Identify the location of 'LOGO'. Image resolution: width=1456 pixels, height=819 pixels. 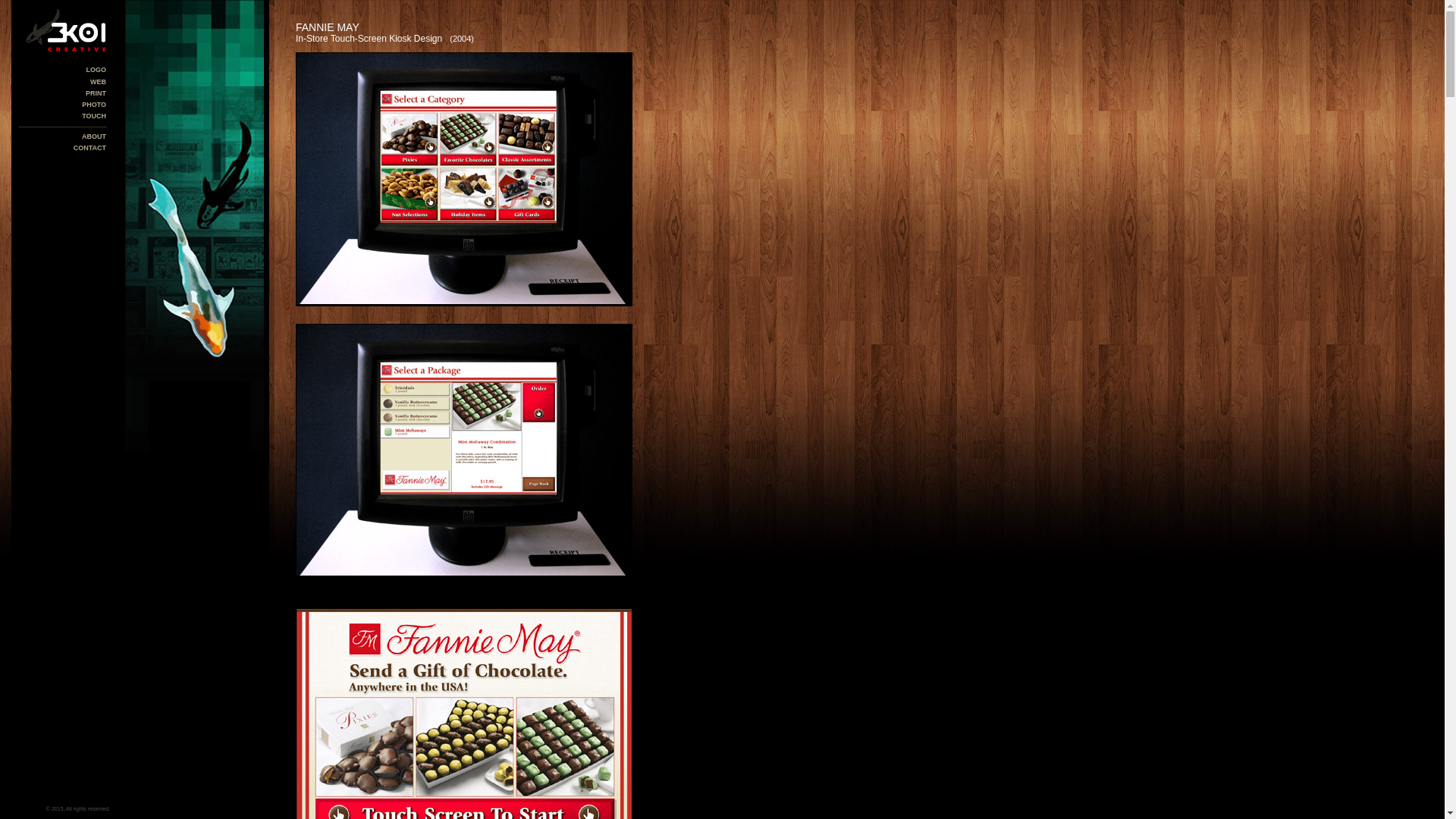
(96, 70).